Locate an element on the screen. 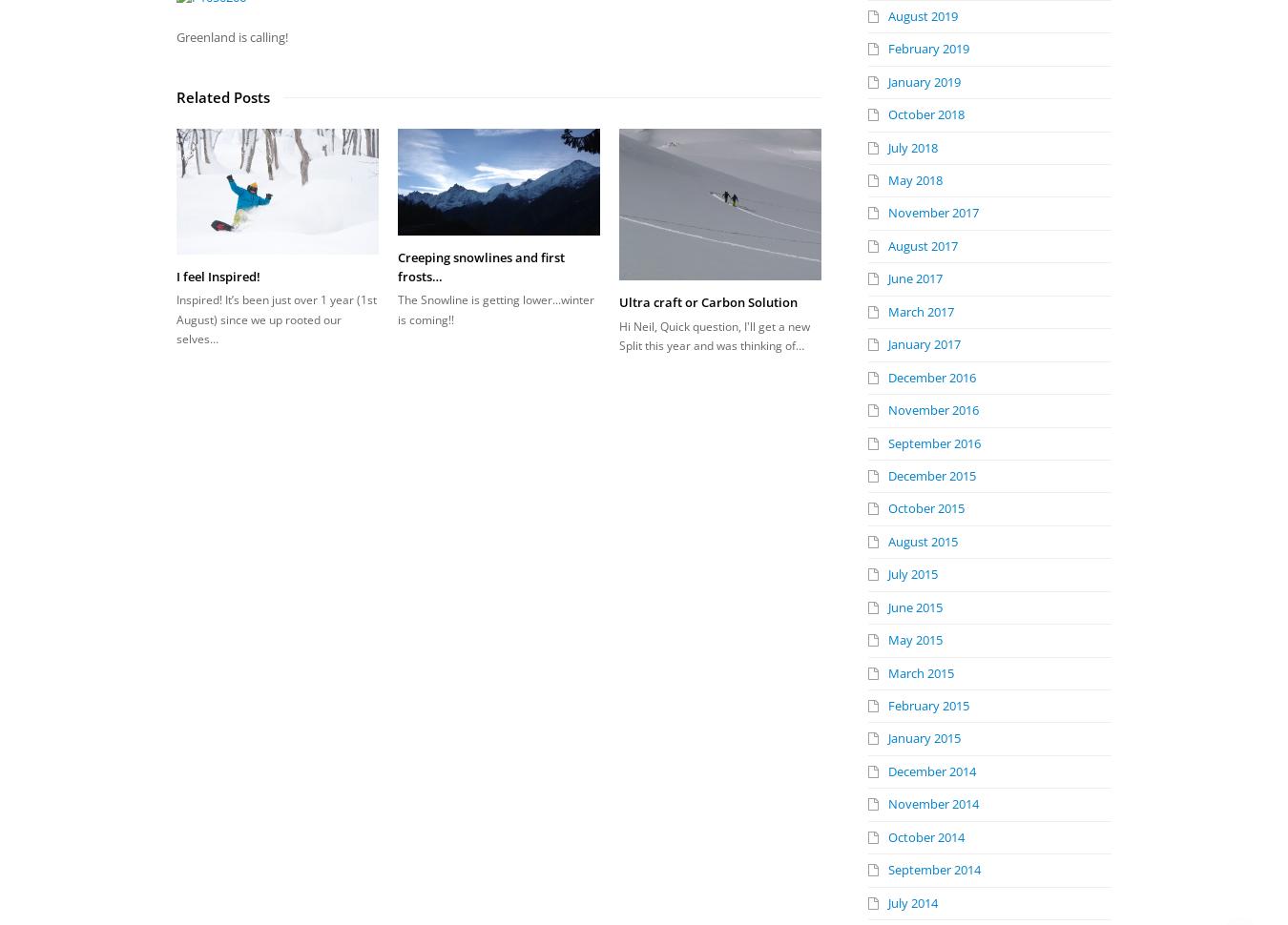  'August 2017' is located at coordinates (922, 243).